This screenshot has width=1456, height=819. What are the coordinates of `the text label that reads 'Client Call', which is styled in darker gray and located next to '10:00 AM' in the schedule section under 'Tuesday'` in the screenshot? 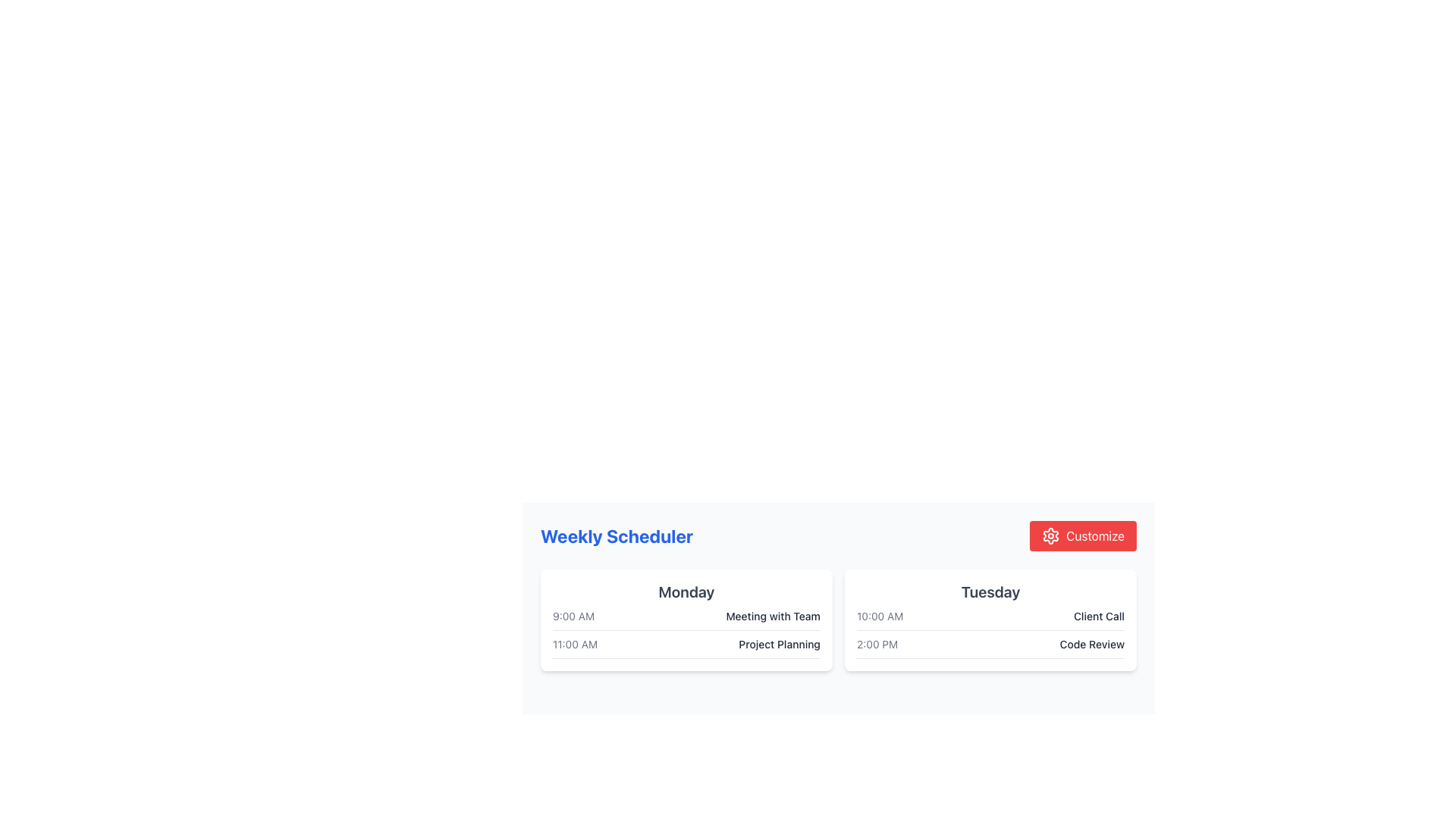 It's located at (1099, 617).